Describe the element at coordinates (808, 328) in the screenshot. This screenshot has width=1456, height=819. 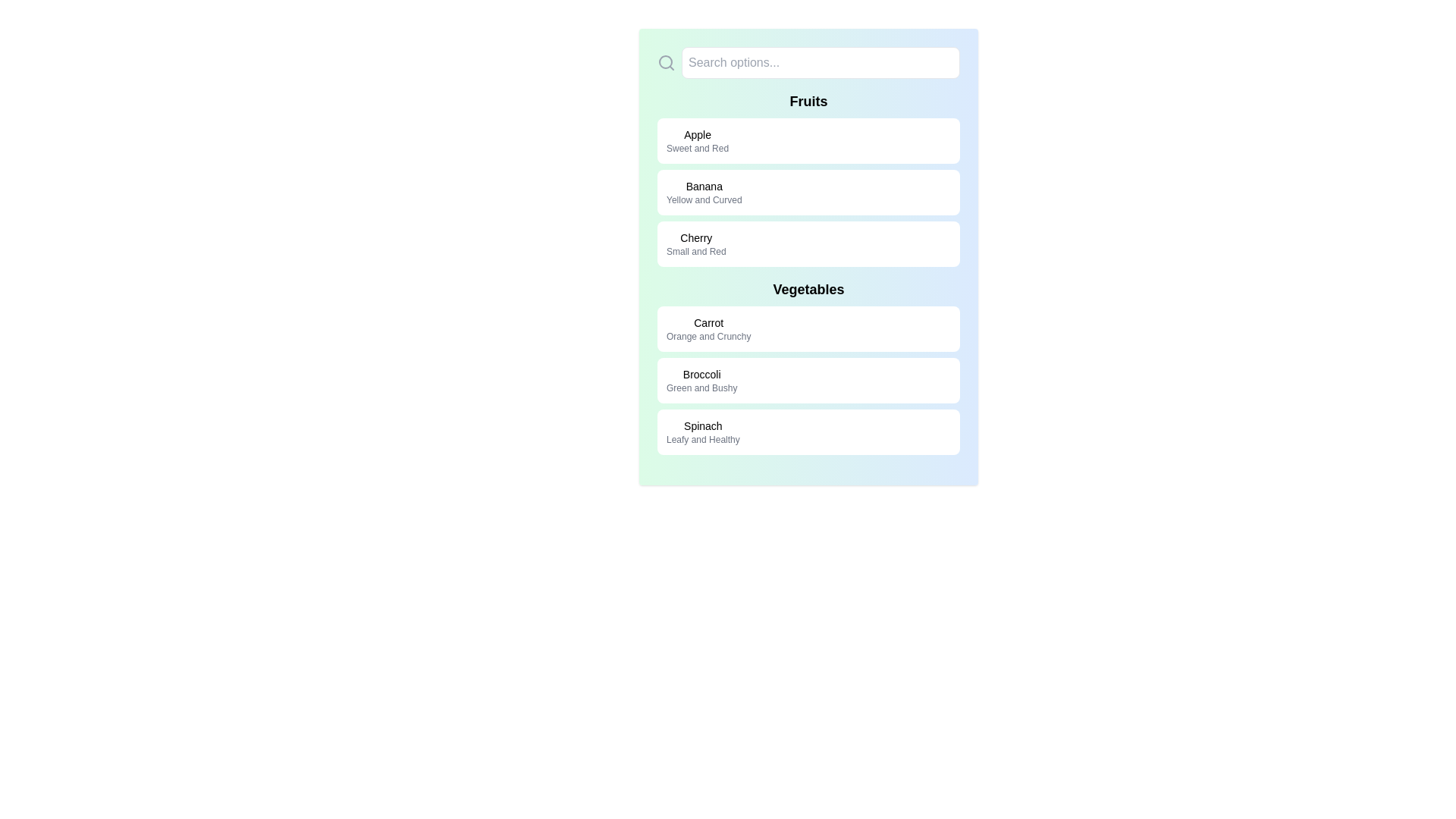
I see `the list item for 'Carrot'` at that location.